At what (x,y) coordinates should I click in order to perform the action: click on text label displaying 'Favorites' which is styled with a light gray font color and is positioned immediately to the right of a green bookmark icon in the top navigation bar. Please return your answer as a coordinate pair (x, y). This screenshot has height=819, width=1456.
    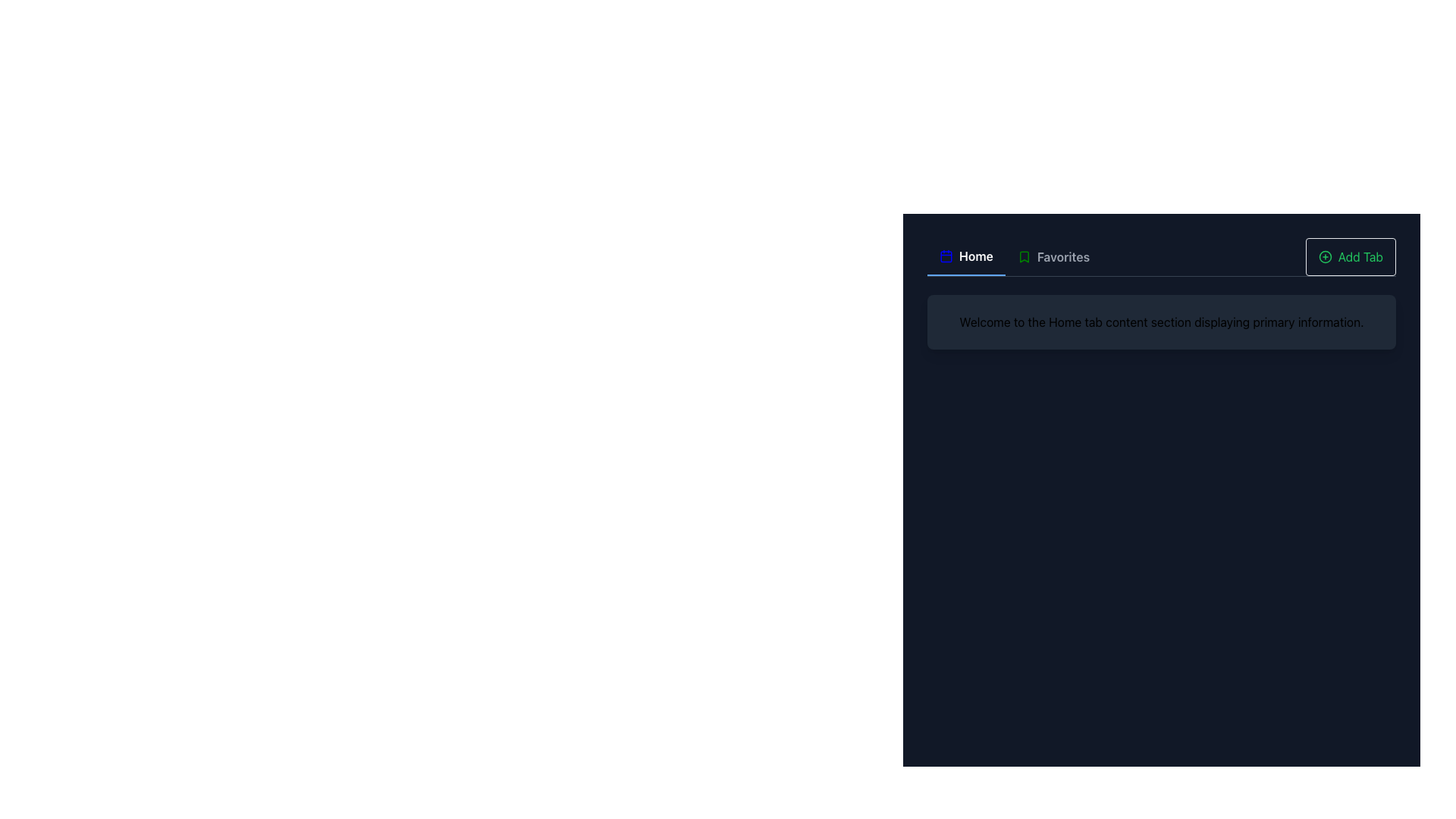
    Looking at the image, I should click on (1062, 256).